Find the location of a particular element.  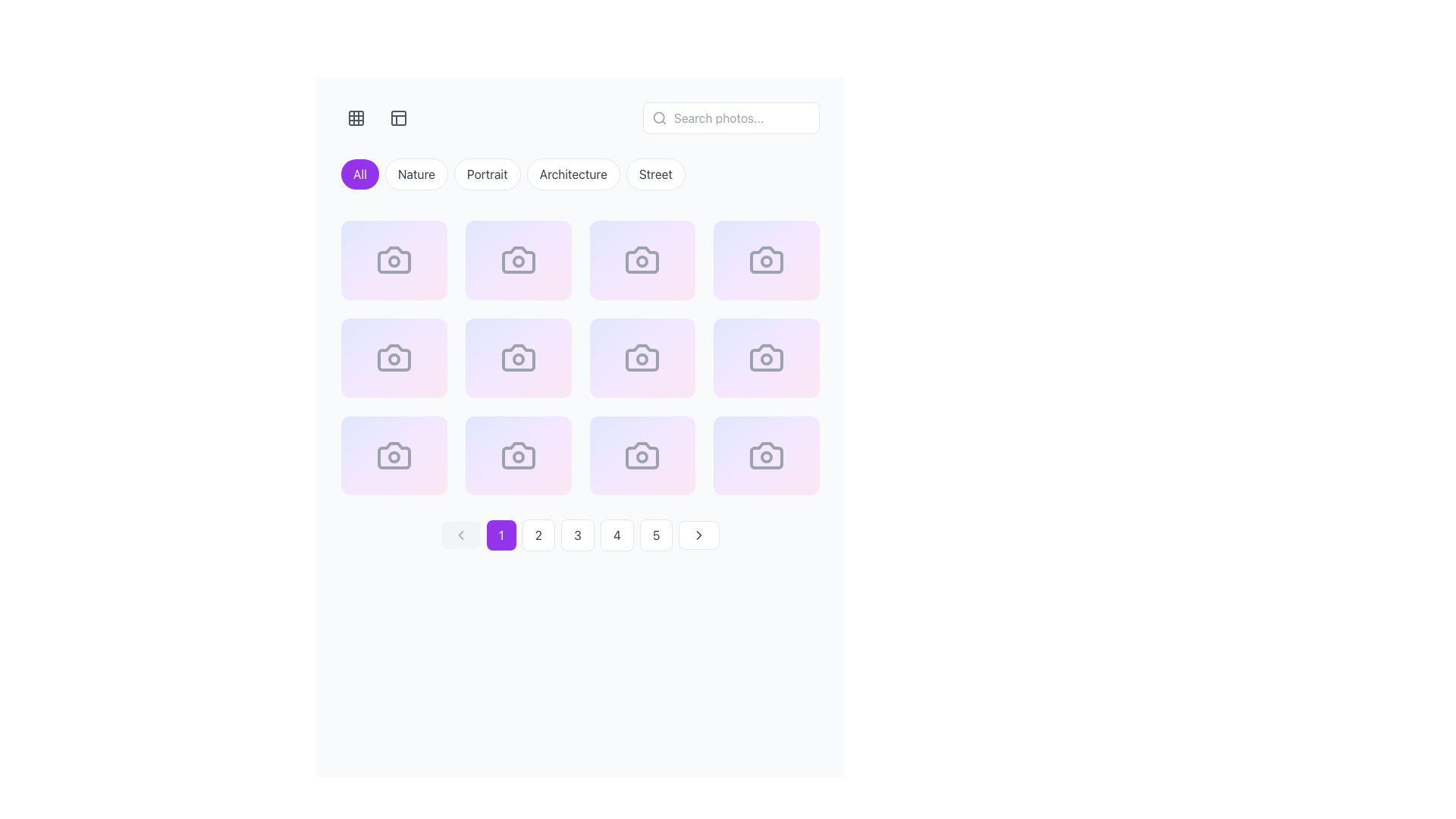

the SVG icon representing an unavailable image in the bottom-left corner of the first page of tiles, located in the third row and first column of the grid layout is located at coordinates (394, 455).